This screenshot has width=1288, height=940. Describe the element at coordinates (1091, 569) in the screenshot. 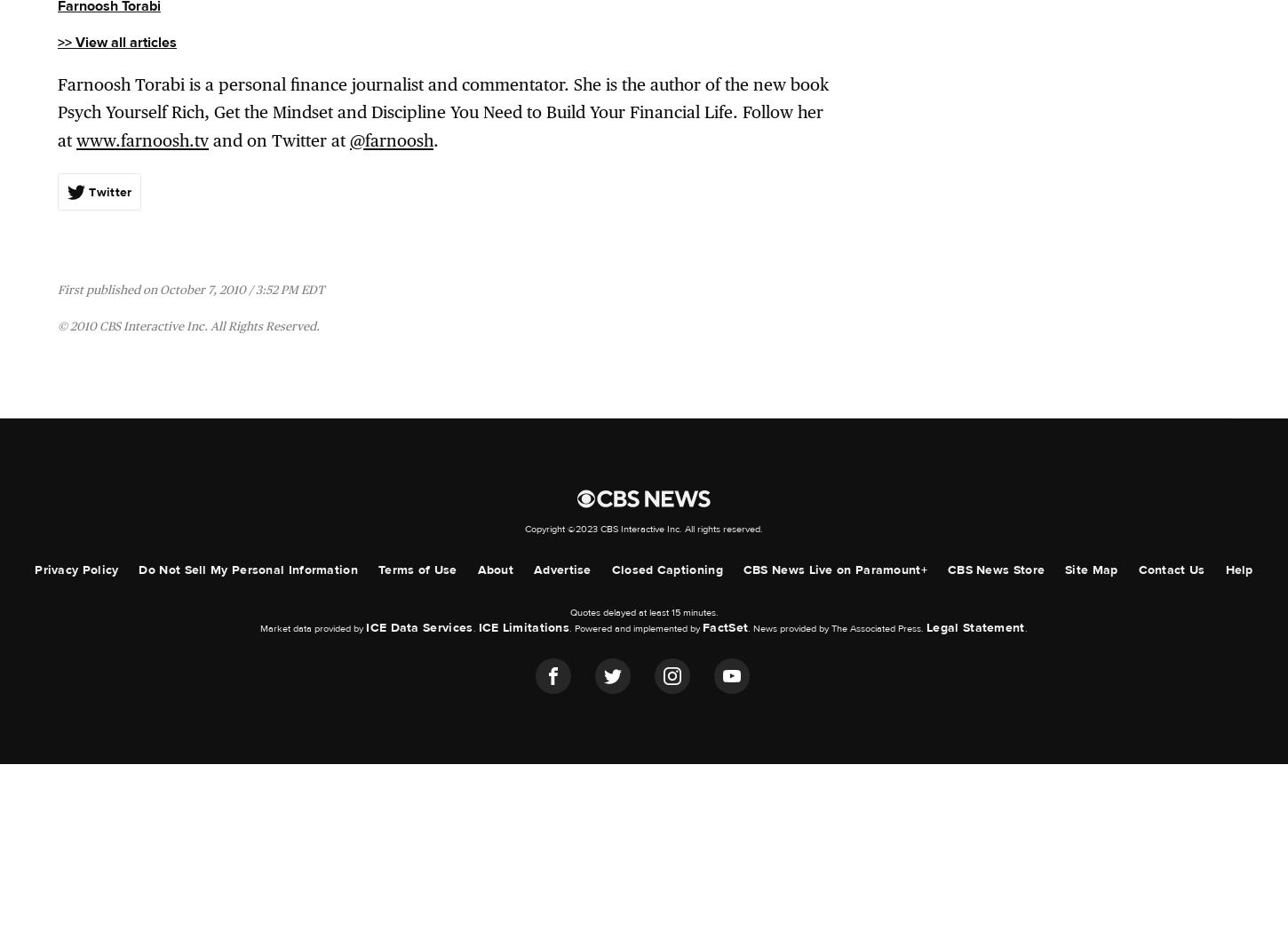

I see `'Site Map'` at that location.